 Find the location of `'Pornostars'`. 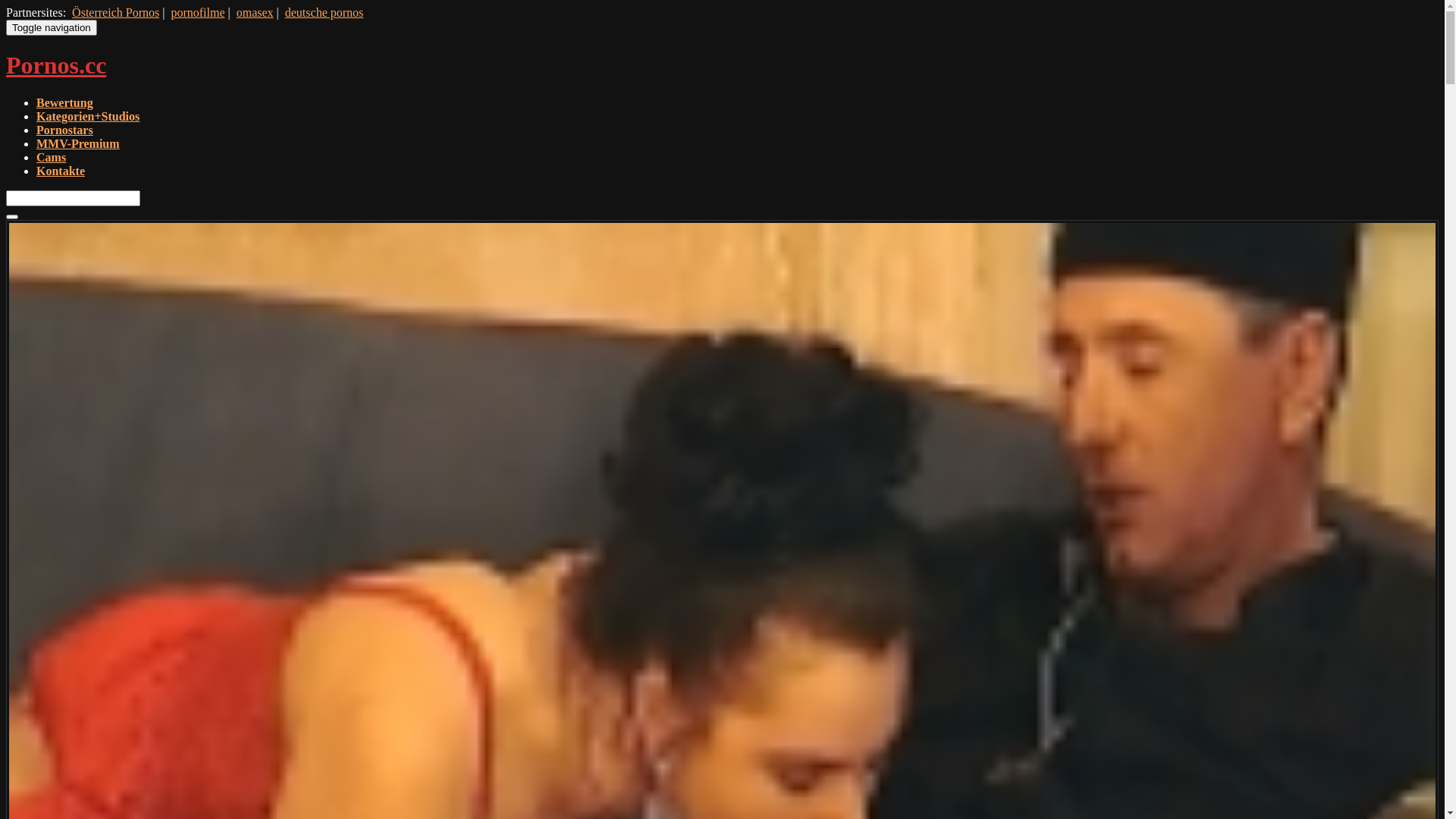

'Pornostars' is located at coordinates (64, 129).